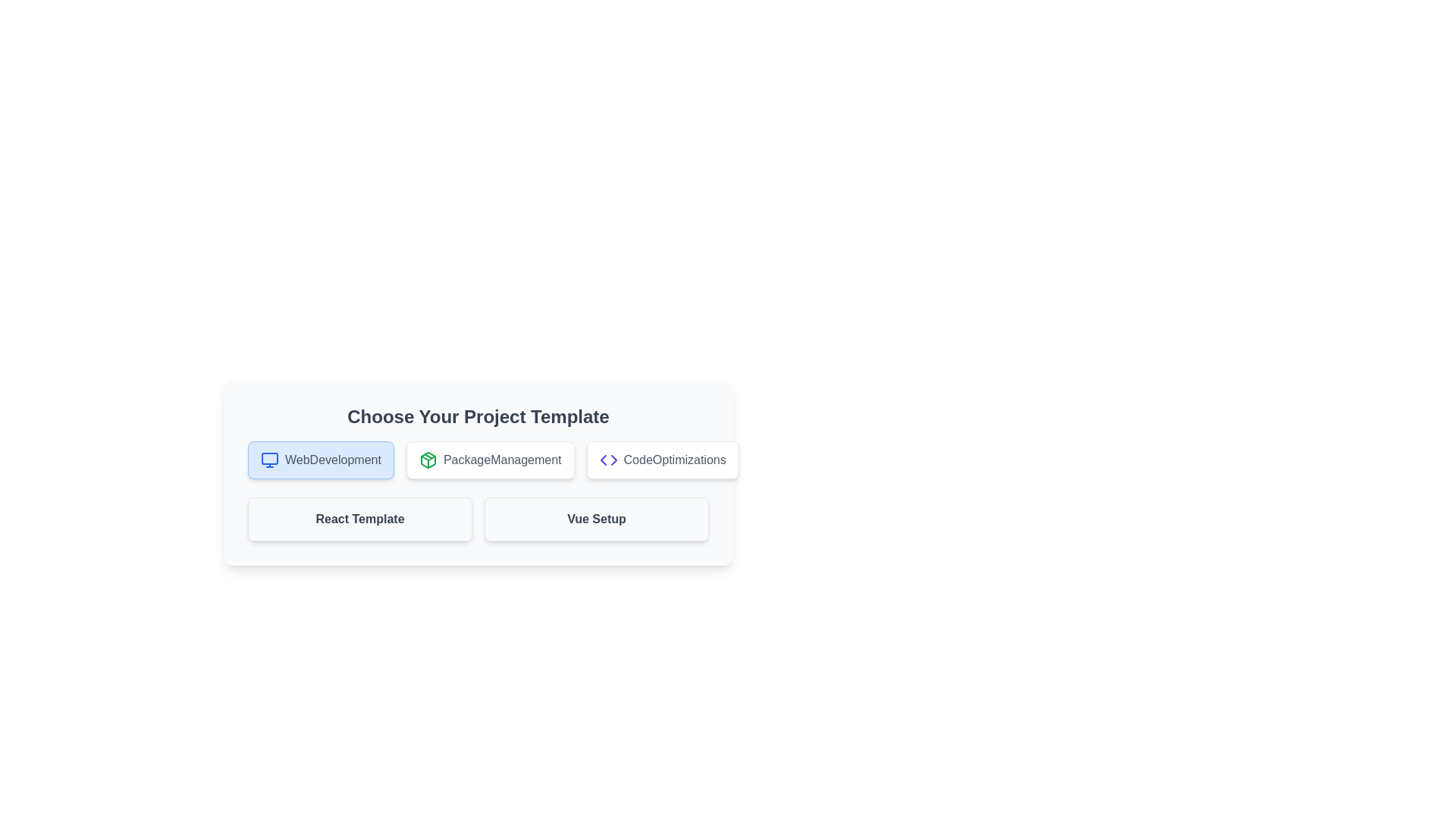 The image size is (1456, 819). I want to click on the 'PackageManagement' button, which is the second button under the 'Choose Your Project Template' header, featuring a white background, light gray border, and a green package icon, so click(477, 472).